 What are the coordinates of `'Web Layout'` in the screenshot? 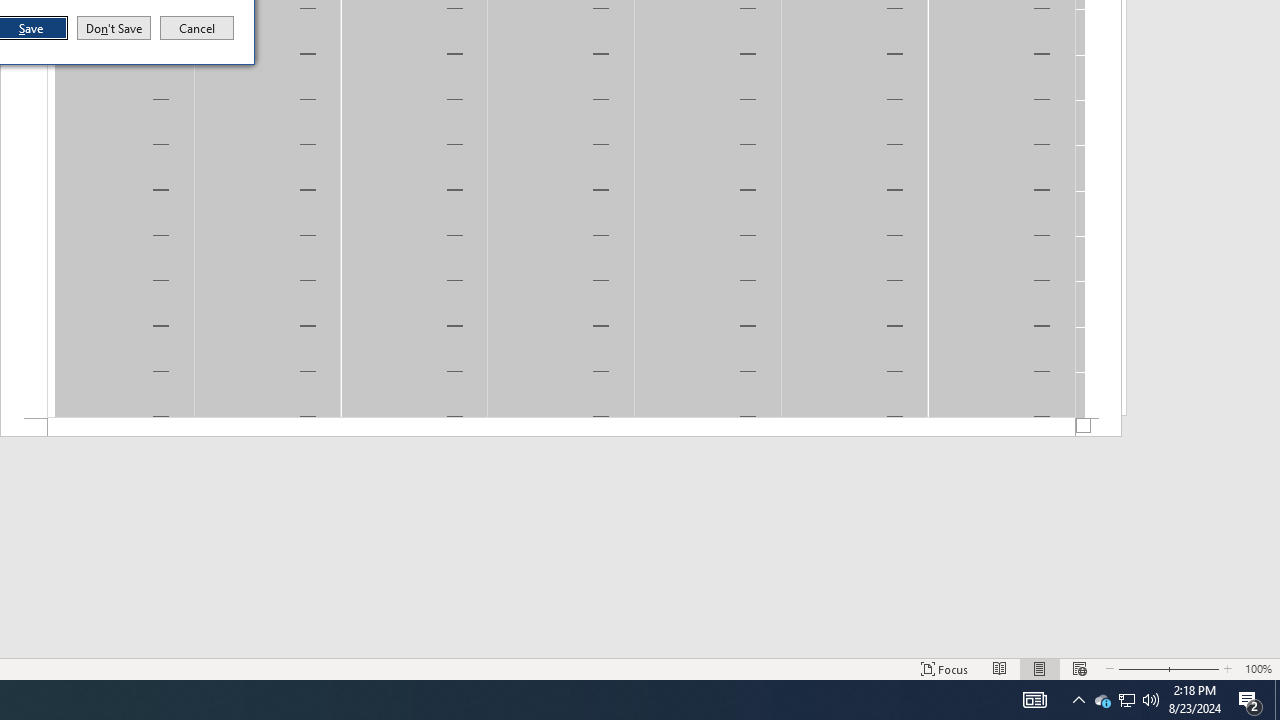 It's located at (1078, 698).